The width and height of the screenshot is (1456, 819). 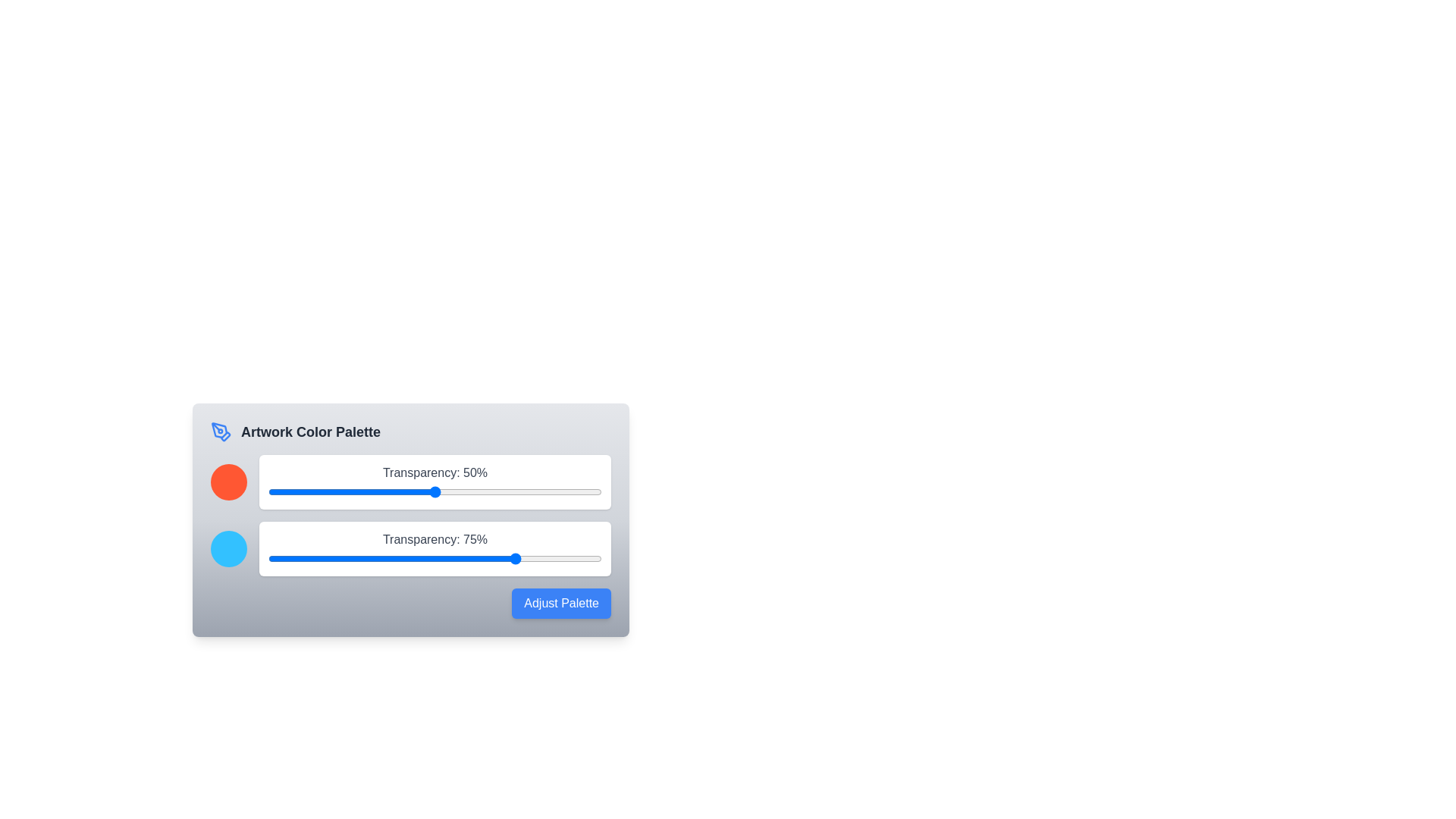 What do you see at coordinates (560, 602) in the screenshot?
I see `the 'Adjust Palette' button to view the displayed color palette` at bounding box center [560, 602].